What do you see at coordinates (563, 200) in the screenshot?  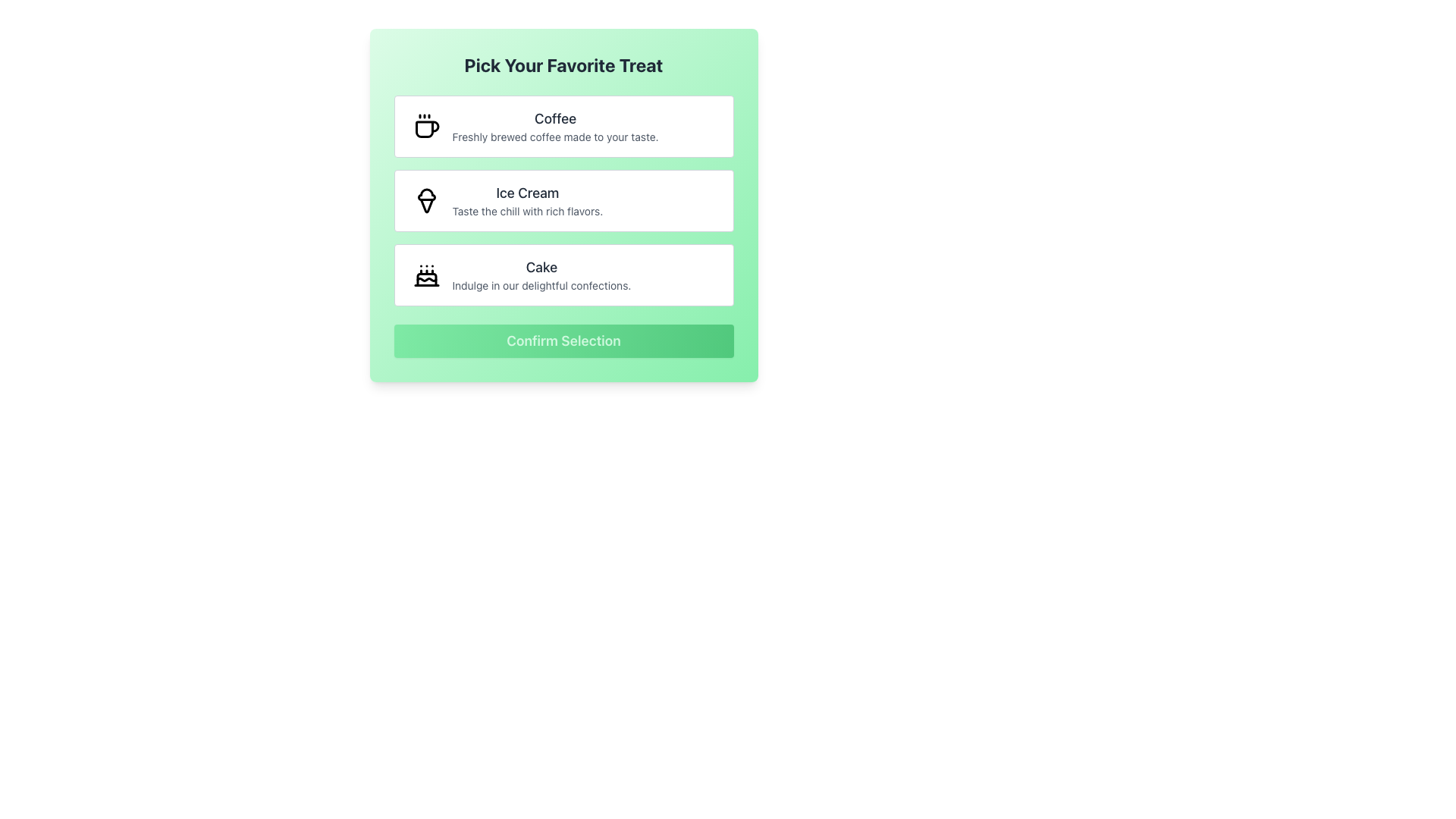 I see `the 'Ice Cream' option in the Selection Panel` at bounding box center [563, 200].